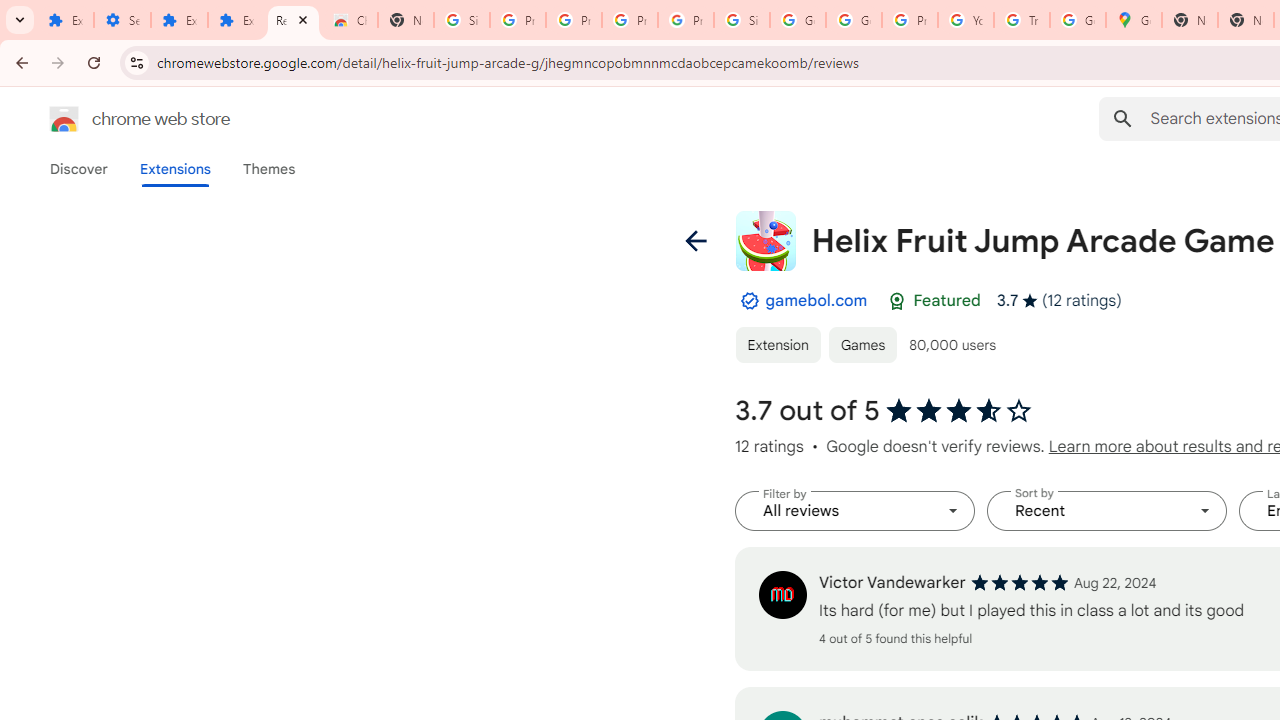 The width and height of the screenshot is (1280, 720). What do you see at coordinates (764, 239) in the screenshot?
I see `'Item logo image for Helix Fruit Jump Arcade Game'` at bounding box center [764, 239].